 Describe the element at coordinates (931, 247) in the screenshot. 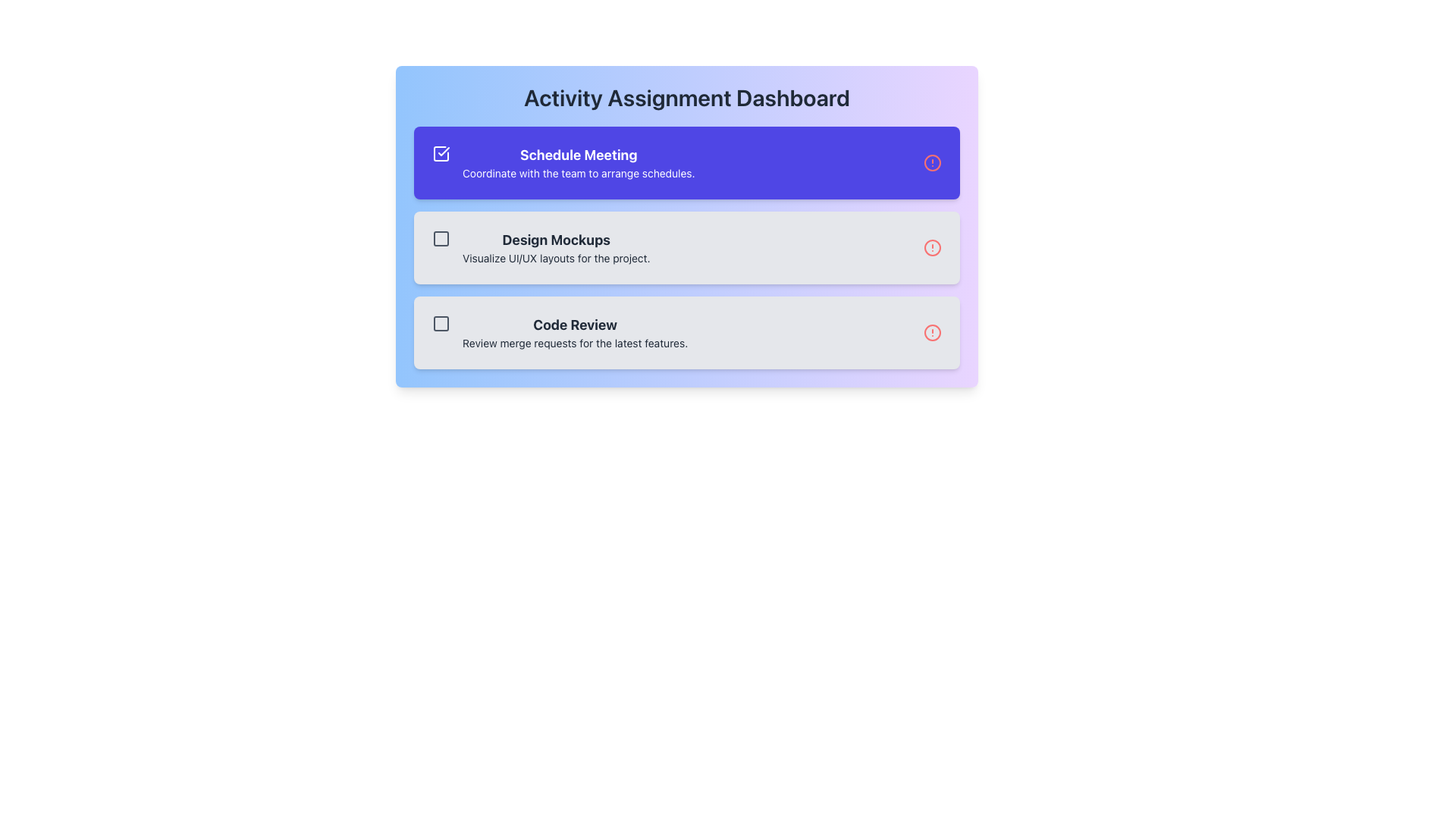

I see `the alert icon in the top-right corner of the 'Design Mockups' card` at that location.